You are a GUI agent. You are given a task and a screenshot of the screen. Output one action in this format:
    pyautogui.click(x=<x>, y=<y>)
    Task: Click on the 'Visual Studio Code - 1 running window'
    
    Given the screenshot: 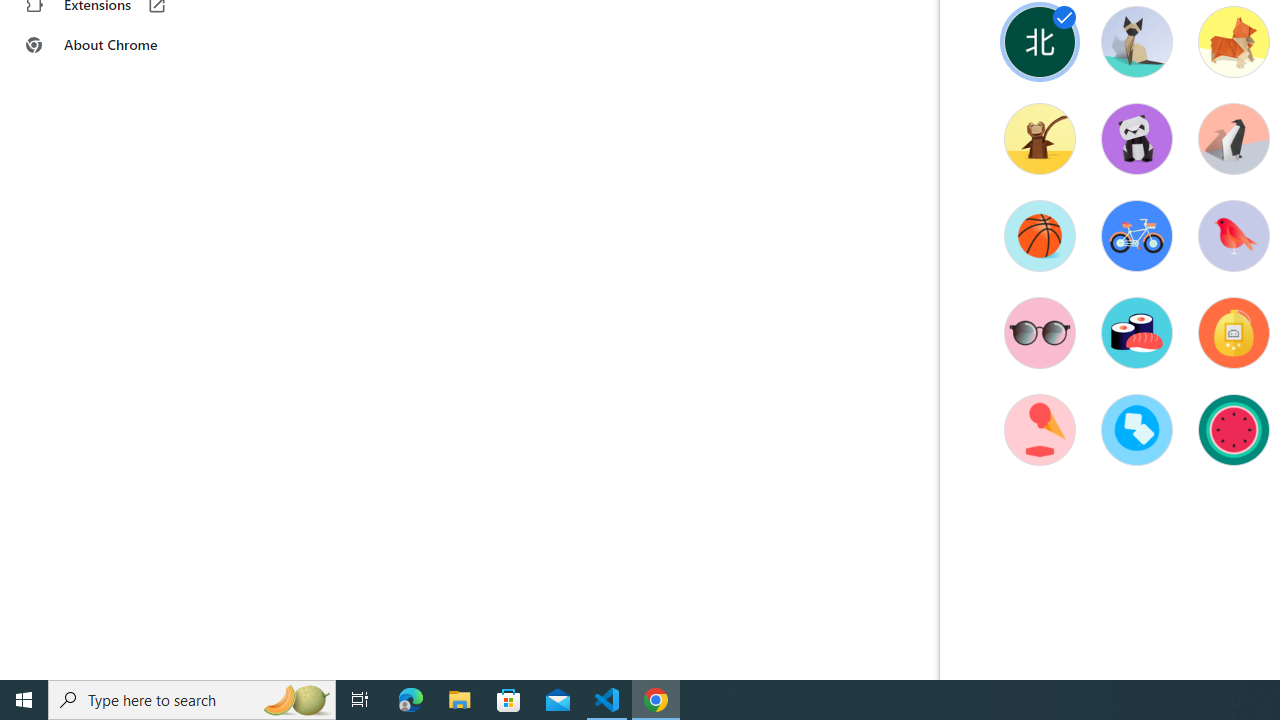 What is the action you would take?
    pyautogui.click(x=606, y=698)
    